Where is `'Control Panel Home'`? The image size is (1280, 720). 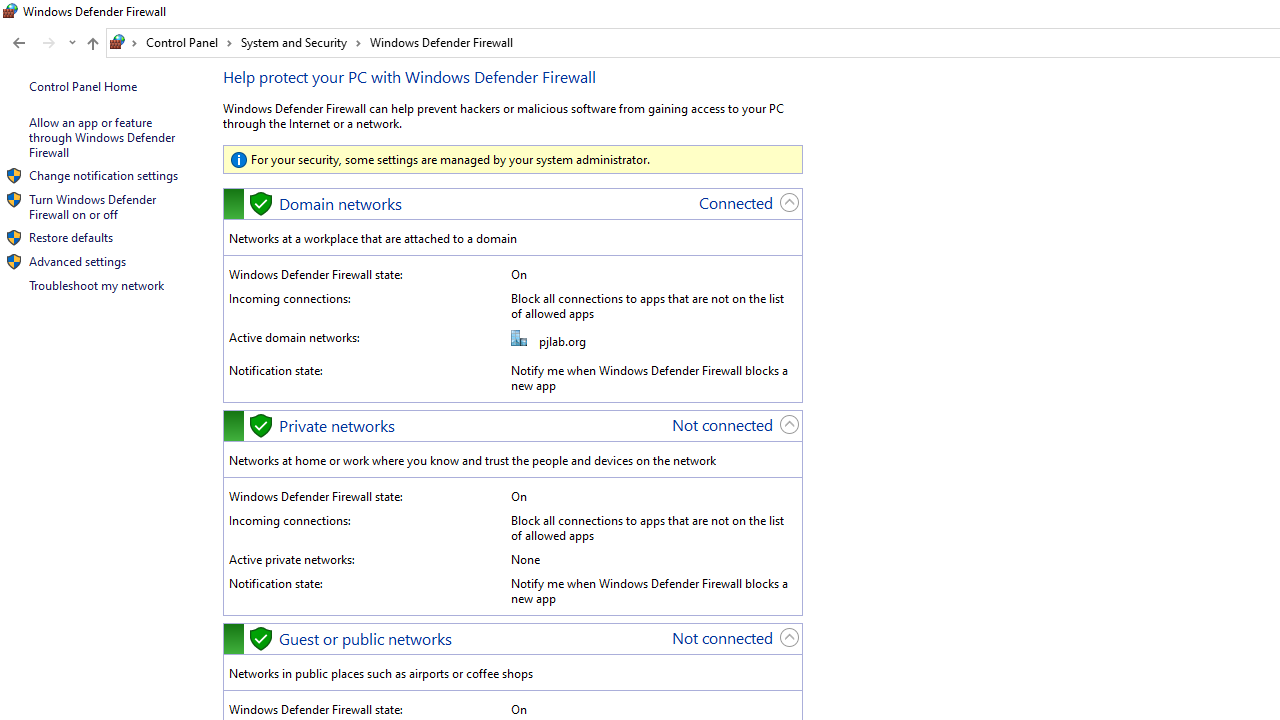
'Control Panel Home' is located at coordinates (82, 85).